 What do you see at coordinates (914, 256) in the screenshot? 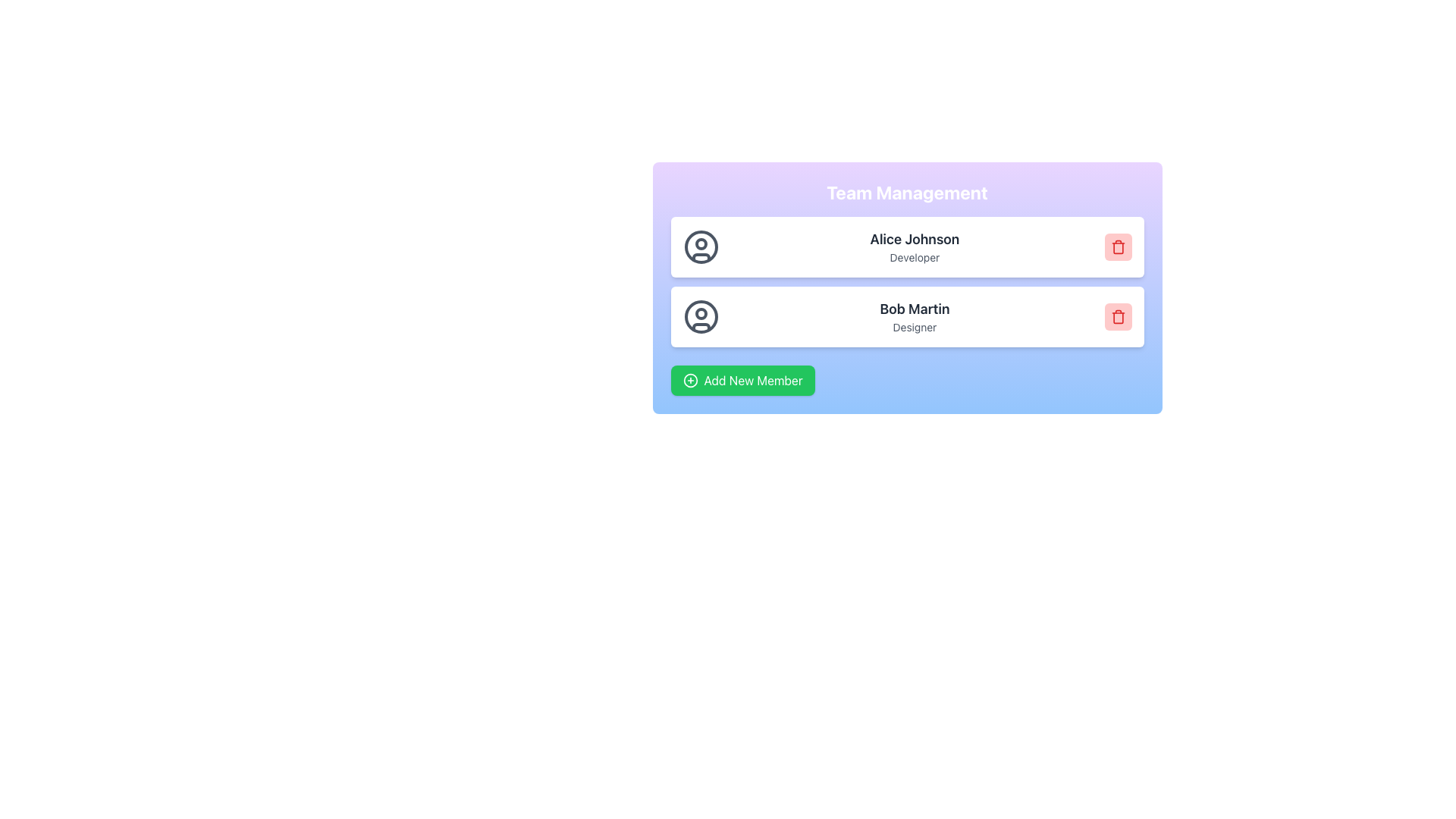
I see `the static text label indicating the job title associated with Alice Johnson in the Team Management section, located below the name label` at bounding box center [914, 256].